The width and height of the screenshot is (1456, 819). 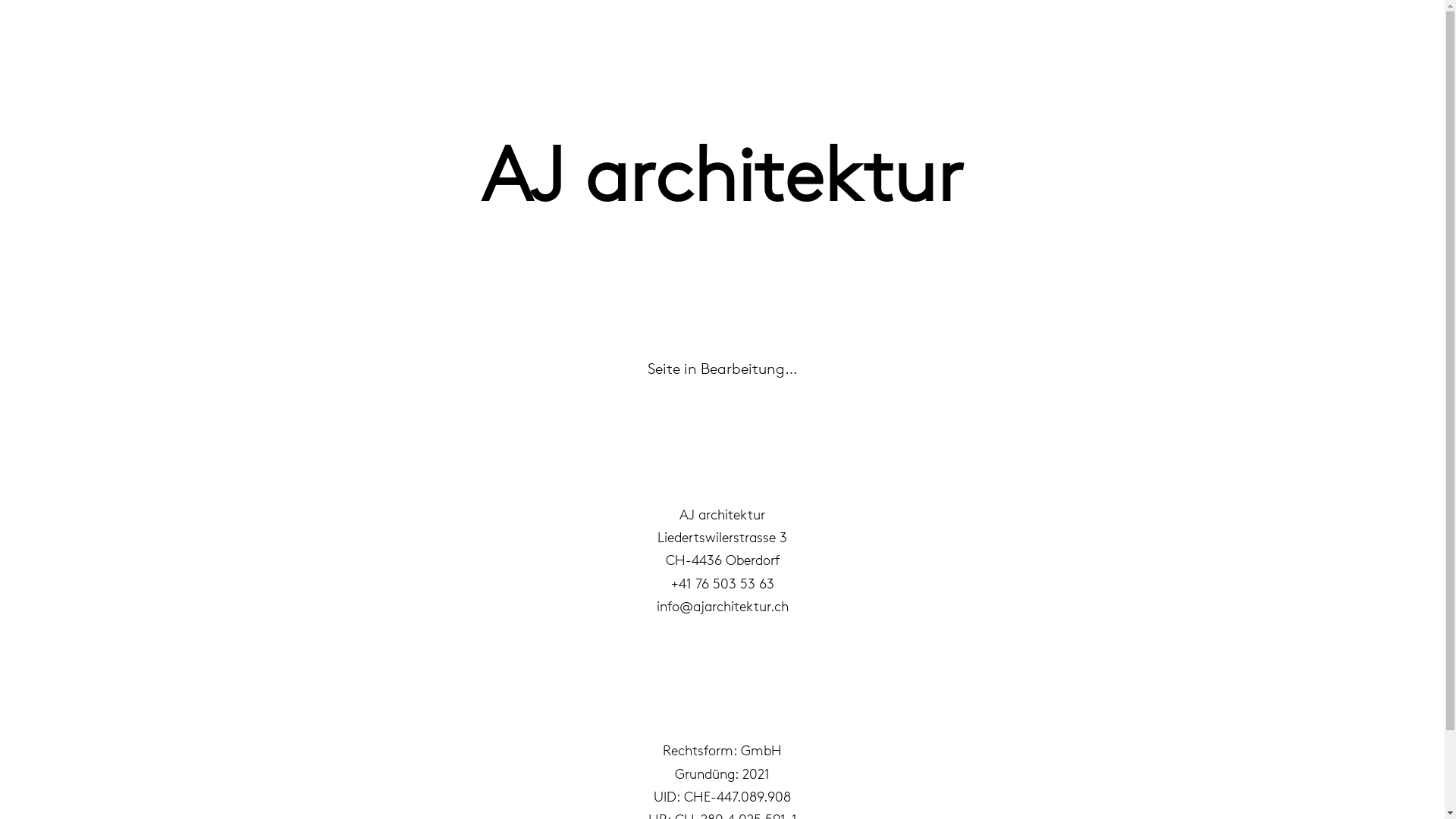 I want to click on '+41 76 503 53 63', so click(x=720, y=583).